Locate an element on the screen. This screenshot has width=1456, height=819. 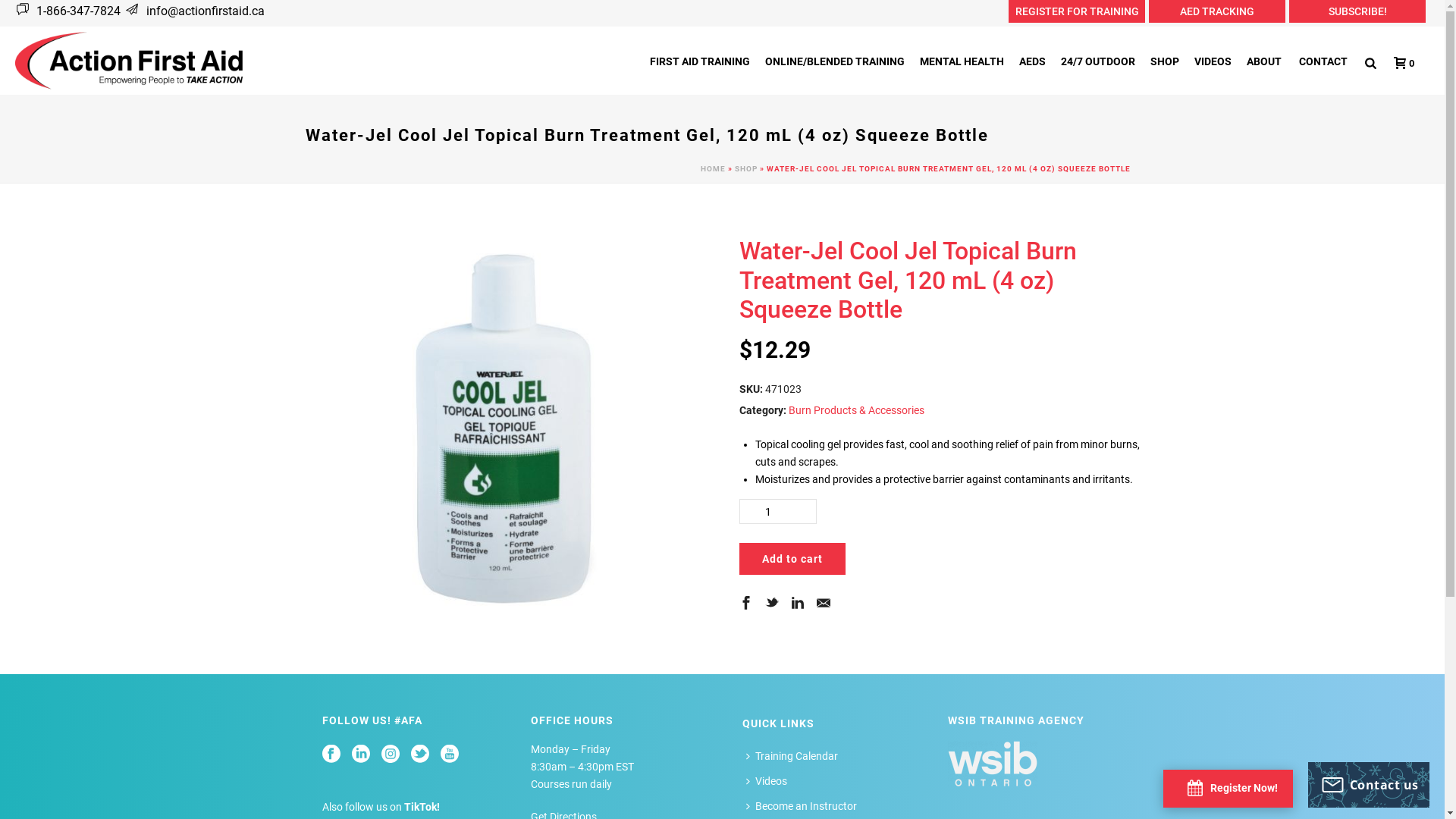
'Follow Us! #afa twitter' is located at coordinates (411, 755).